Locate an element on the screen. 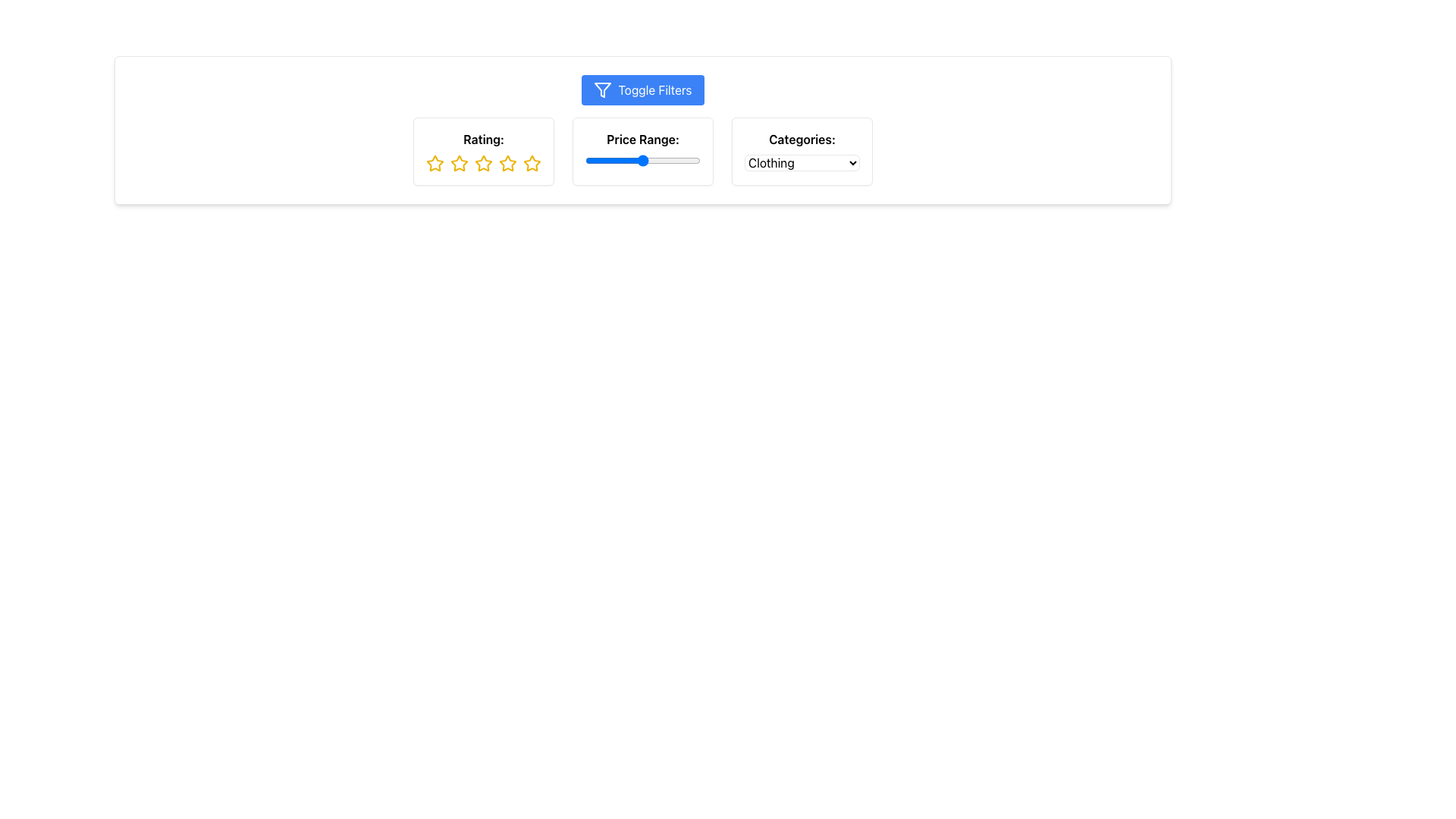 This screenshot has width=1456, height=819. the third star icon in the rating system is located at coordinates (483, 164).